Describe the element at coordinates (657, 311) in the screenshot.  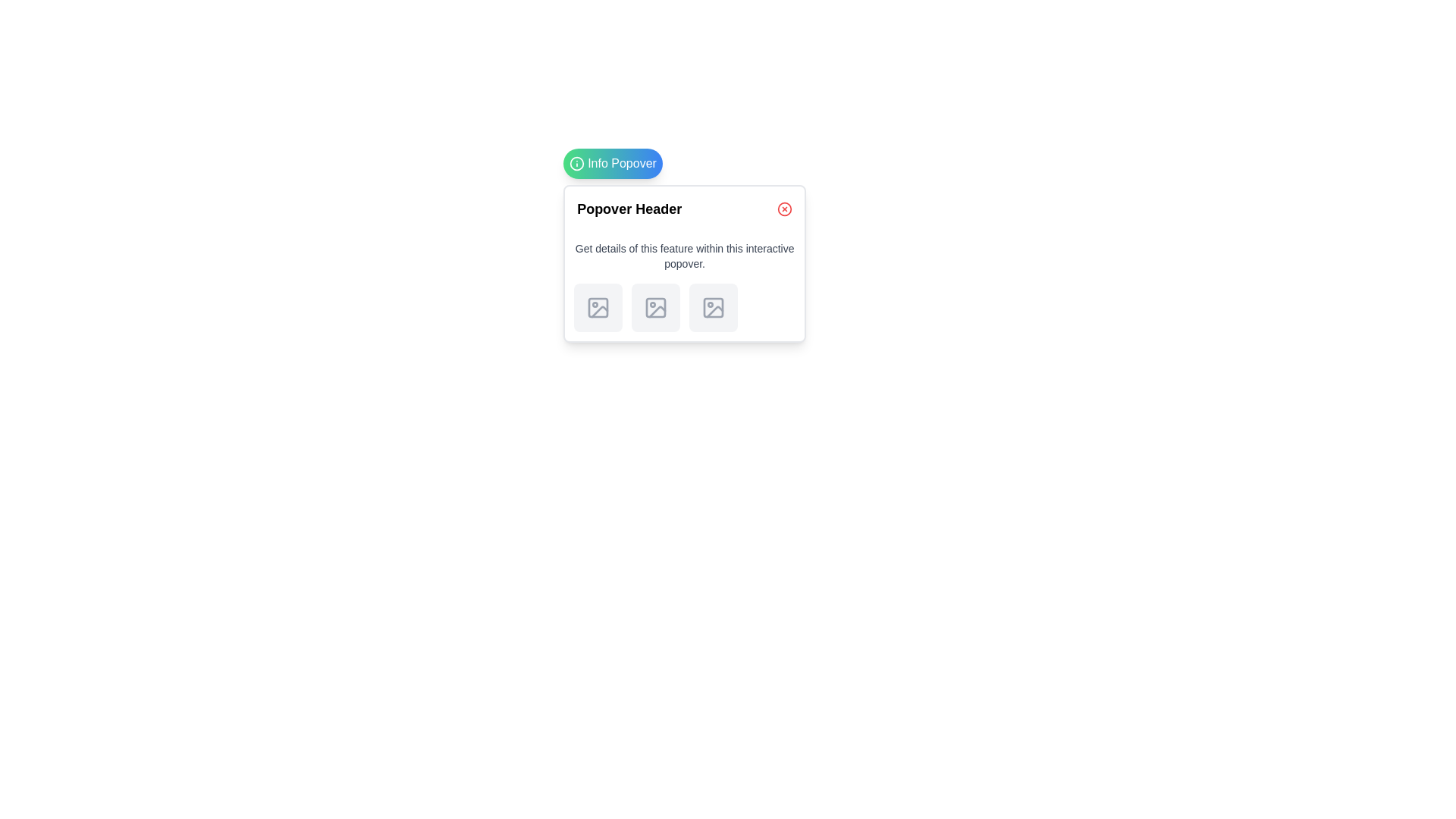
I see `the stylized line icon representing an image, located in the second position of three icons below the 'Popover Header'` at that location.